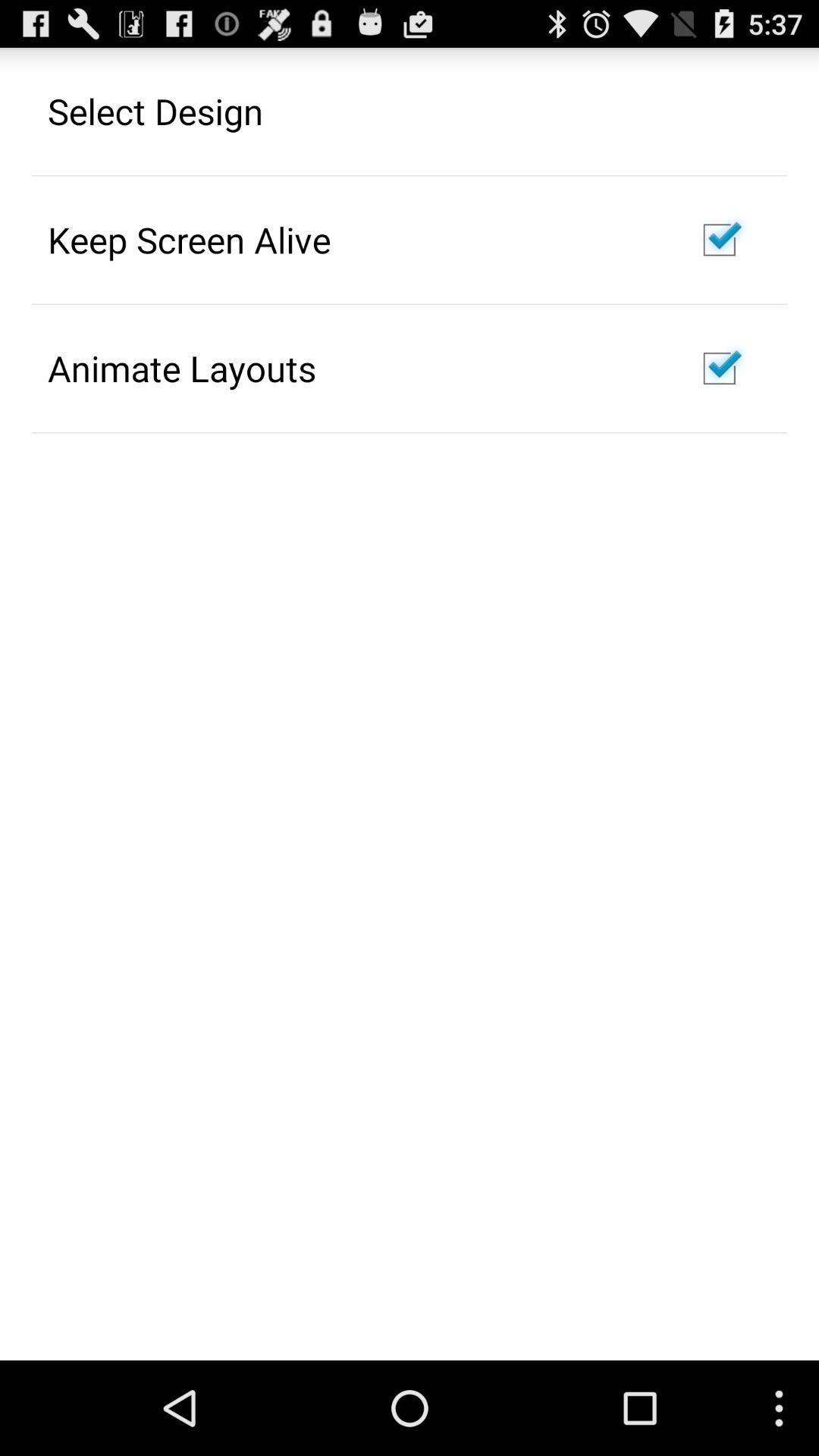  Describe the element at coordinates (188, 239) in the screenshot. I see `the app above animate layouts` at that location.